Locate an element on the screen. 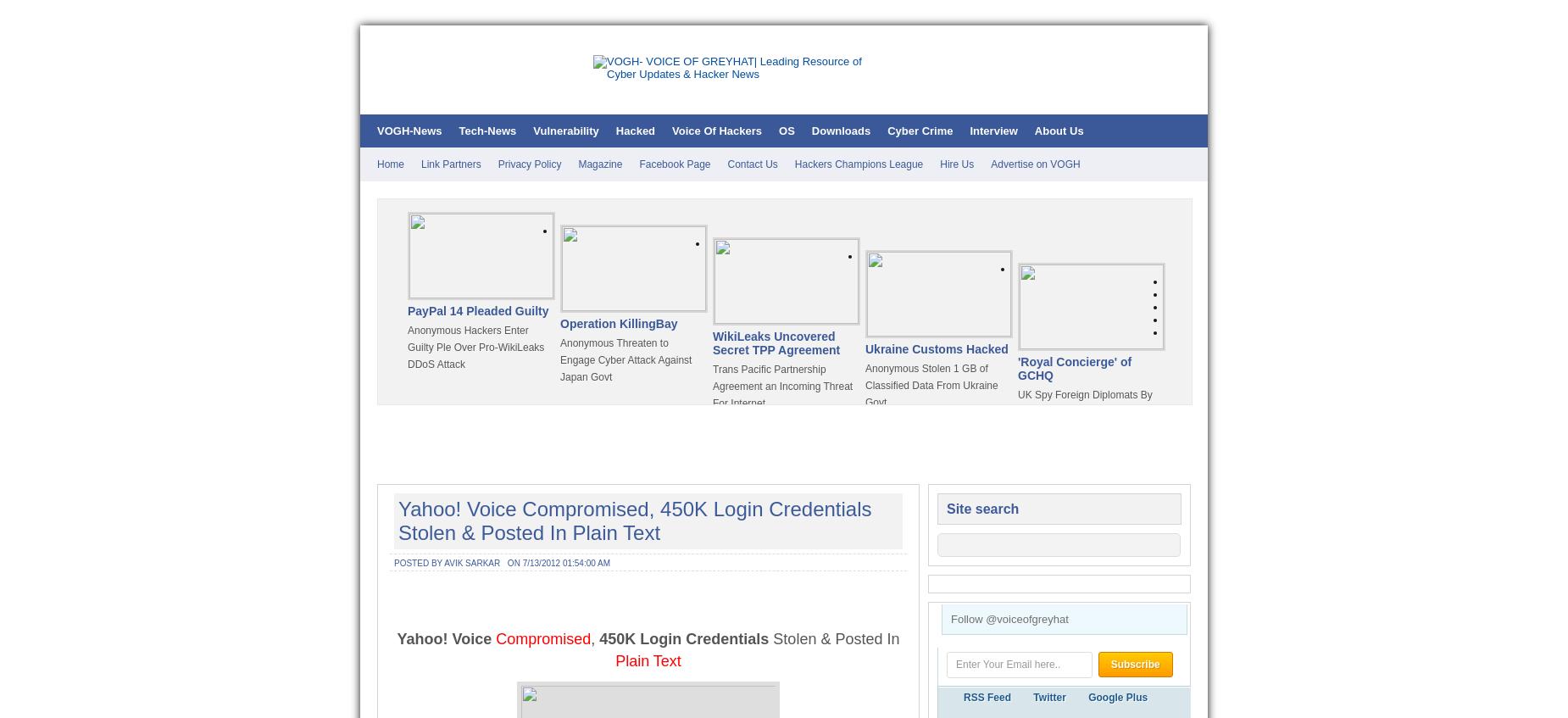 The height and width of the screenshot is (718, 1568). 'Follow @voiceofgreyhat' is located at coordinates (1009, 618).